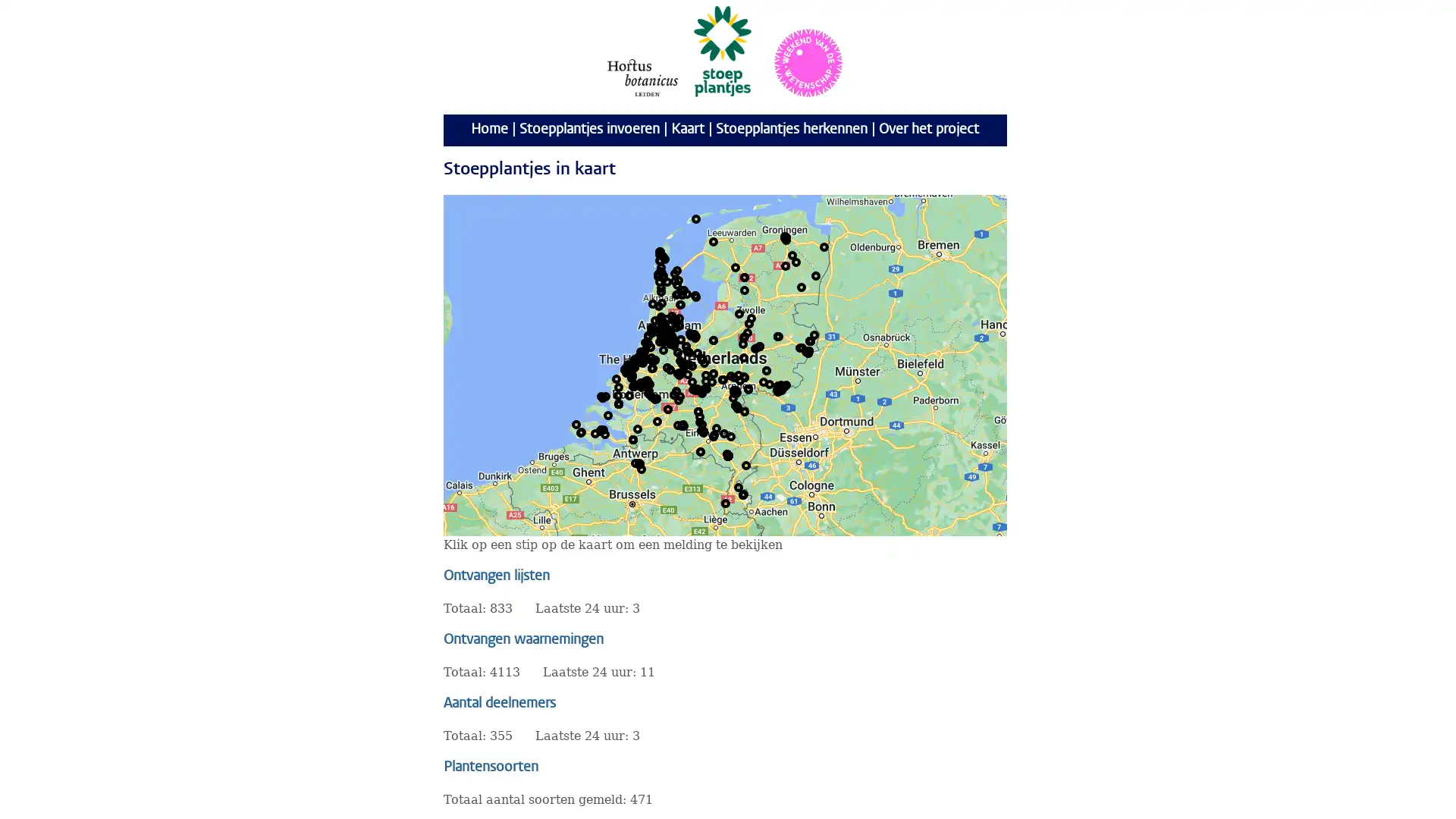  Describe the element at coordinates (633, 385) in the screenshot. I see `Telling van Aad Jonkvorst op 30 mei 2022` at that location.